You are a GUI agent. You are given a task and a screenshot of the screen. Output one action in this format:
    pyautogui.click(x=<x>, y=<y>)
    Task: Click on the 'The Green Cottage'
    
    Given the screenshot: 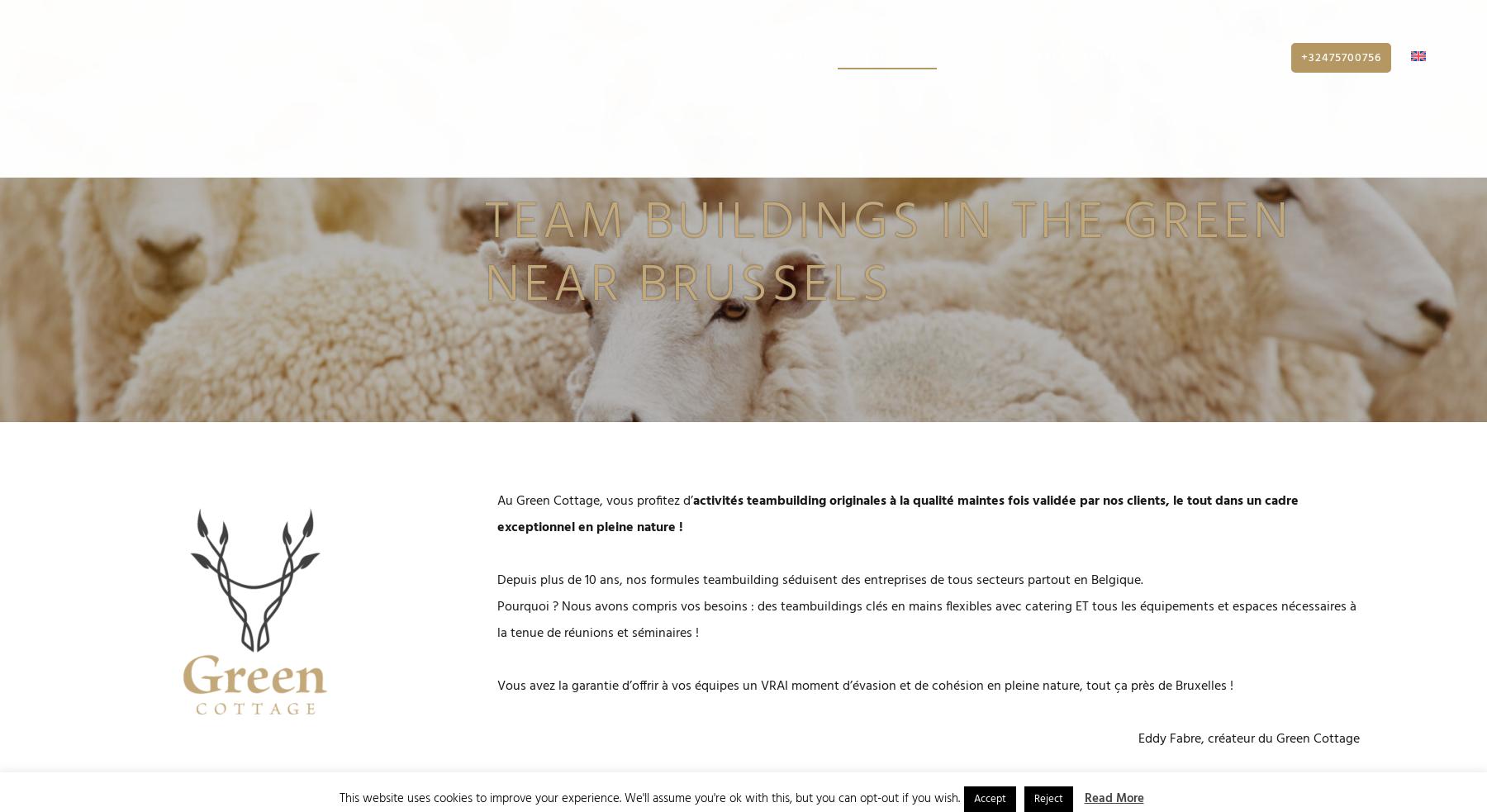 What is the action you would take?
    pyautogui.click(x=648, y=65)
    